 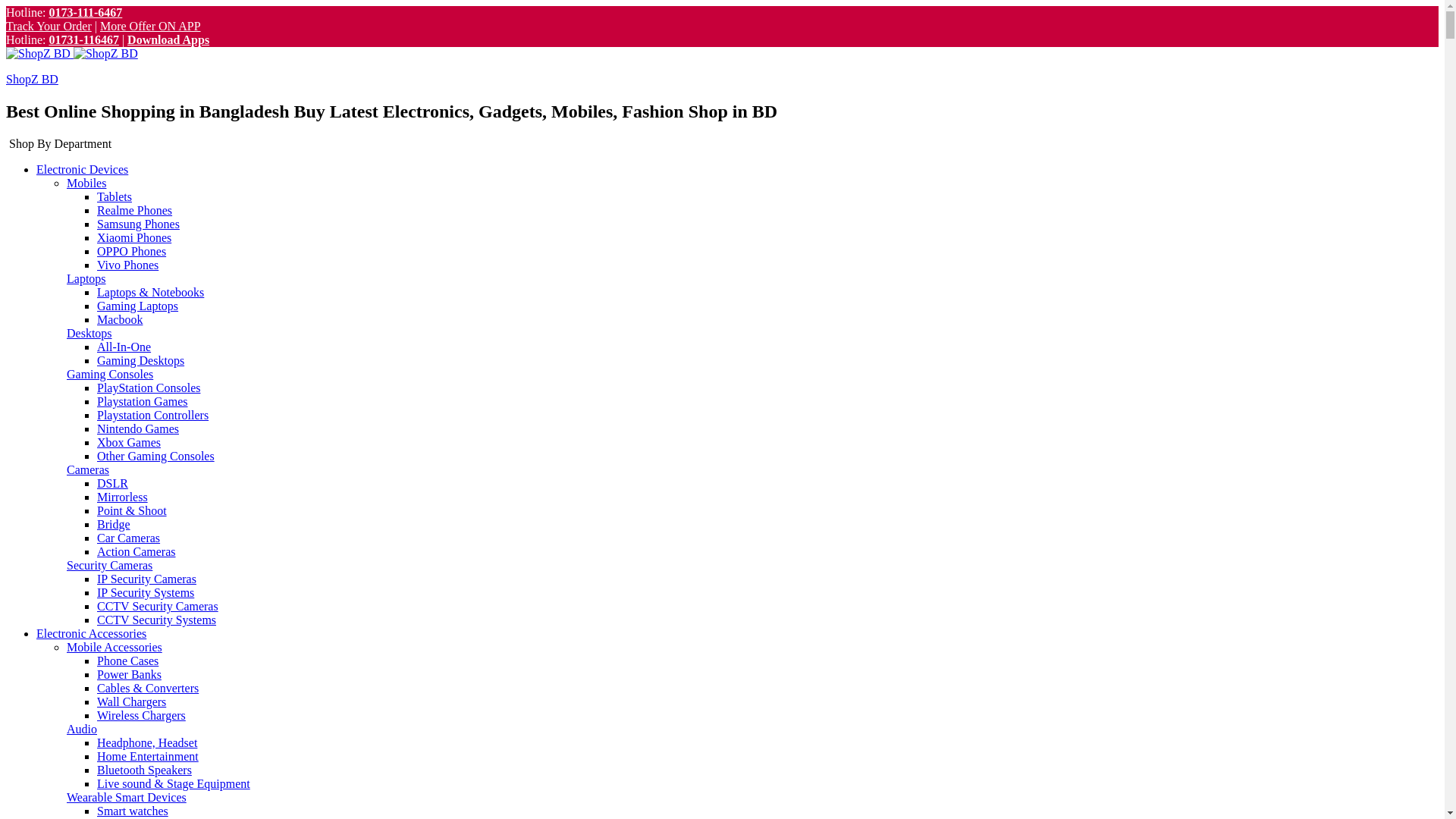 I want to click on 'DSLR', so click(x=111, y=483).